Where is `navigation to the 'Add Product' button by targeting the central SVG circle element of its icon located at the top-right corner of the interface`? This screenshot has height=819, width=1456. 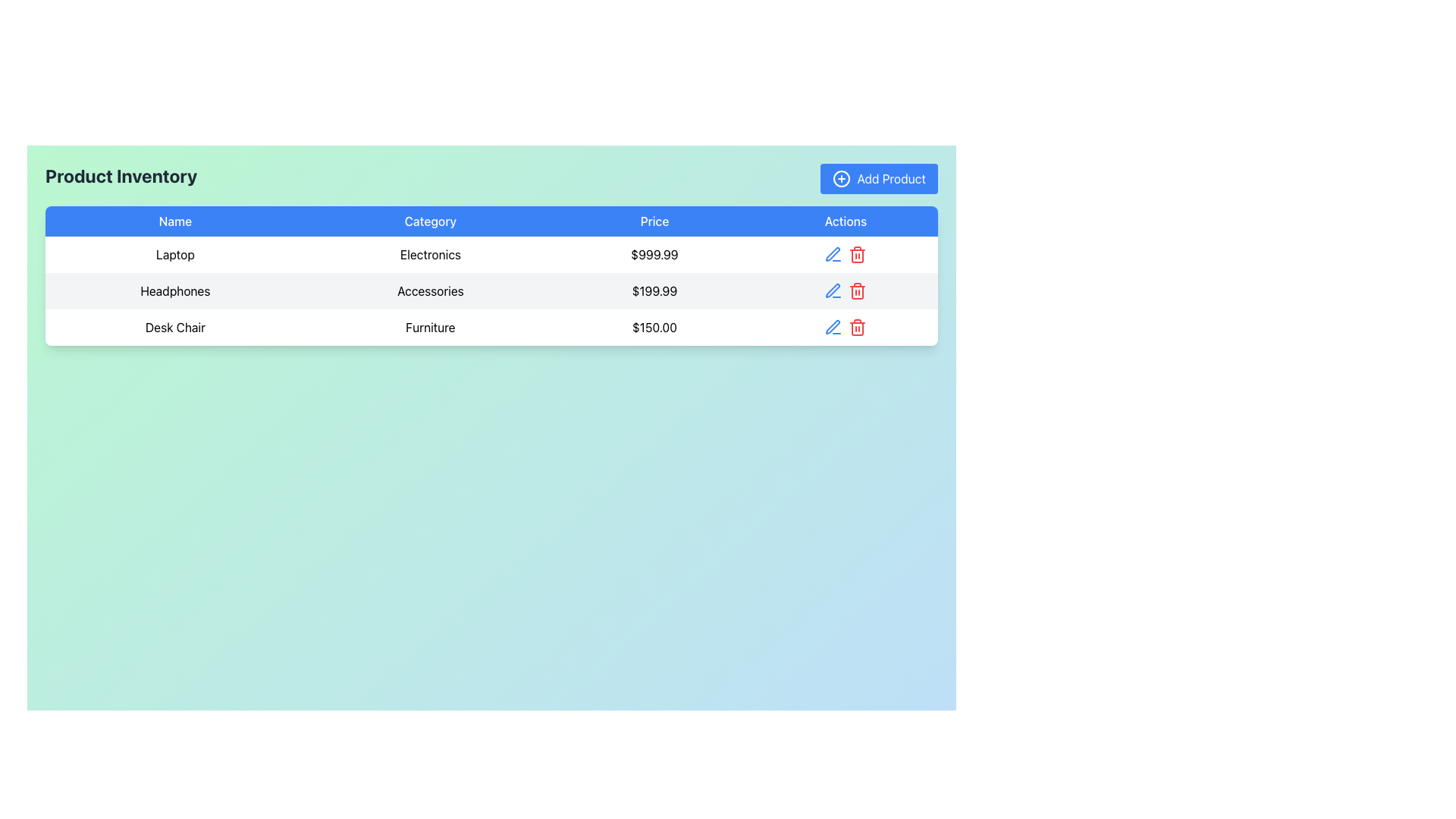
navigation to the 'Add Product' button by targeting the central SVG circle element of its icon located at the top-right corner of the interface is located at coordinates (841, 177).